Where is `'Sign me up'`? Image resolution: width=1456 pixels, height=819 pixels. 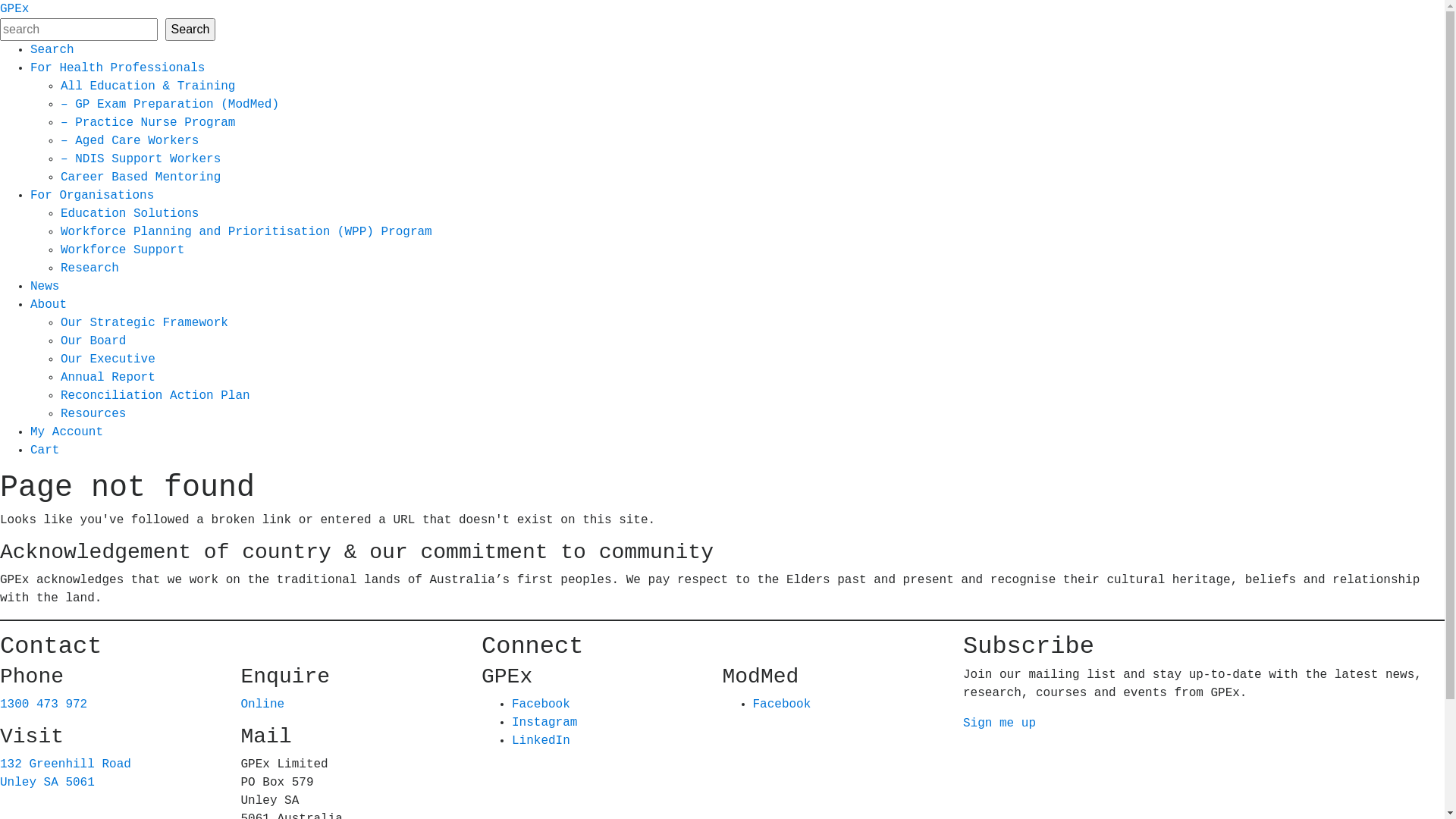 'Sign me up' is located at coordinates (962, 722).